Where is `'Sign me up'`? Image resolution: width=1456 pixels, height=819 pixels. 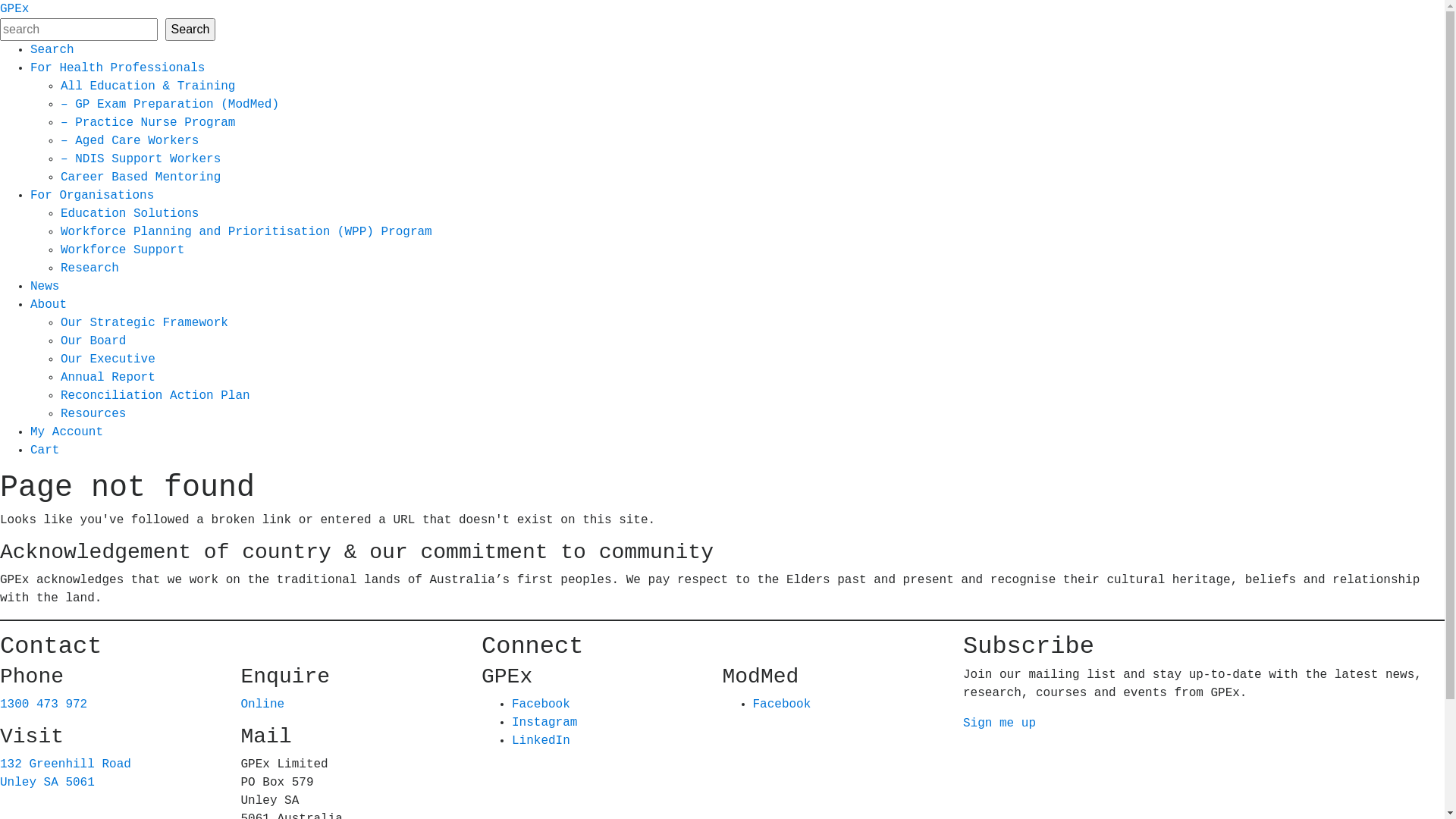 'Sign me up' is located at coordinates (962, 722).